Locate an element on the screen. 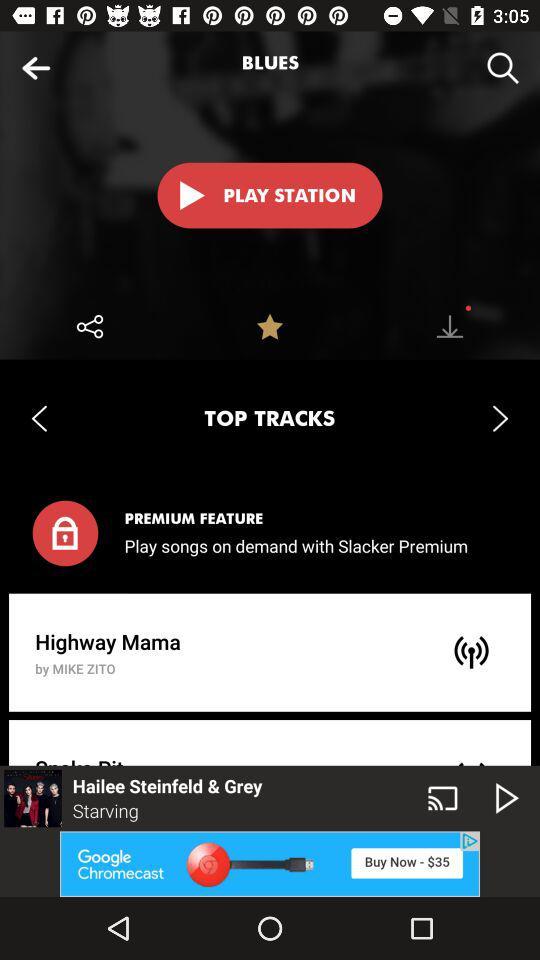 The width and height of the screenshot is (540, 960). the play icon is located at coordinates (507, 798).